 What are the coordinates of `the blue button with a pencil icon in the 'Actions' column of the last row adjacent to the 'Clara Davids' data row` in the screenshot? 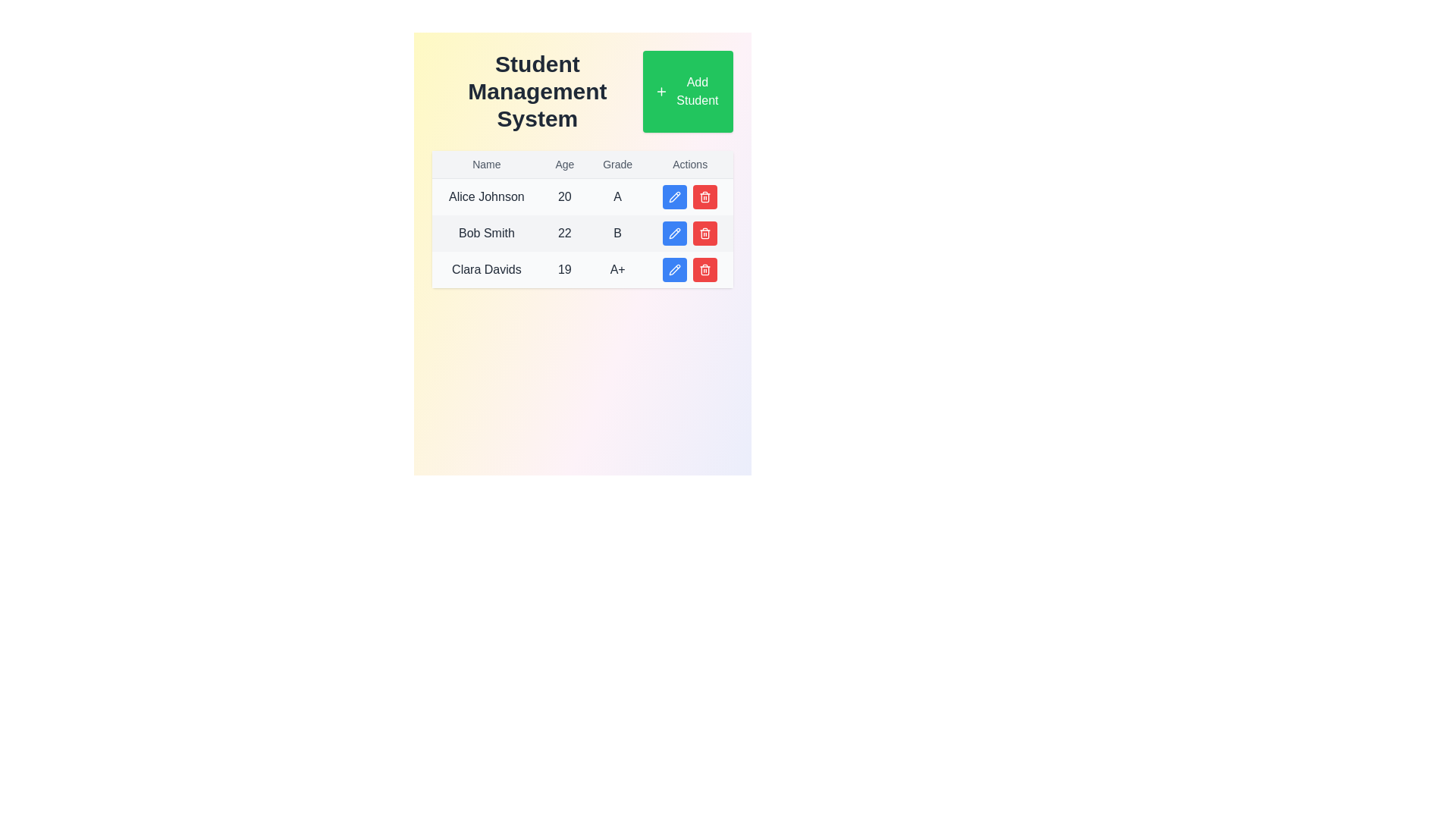 It's located at (674, 268).